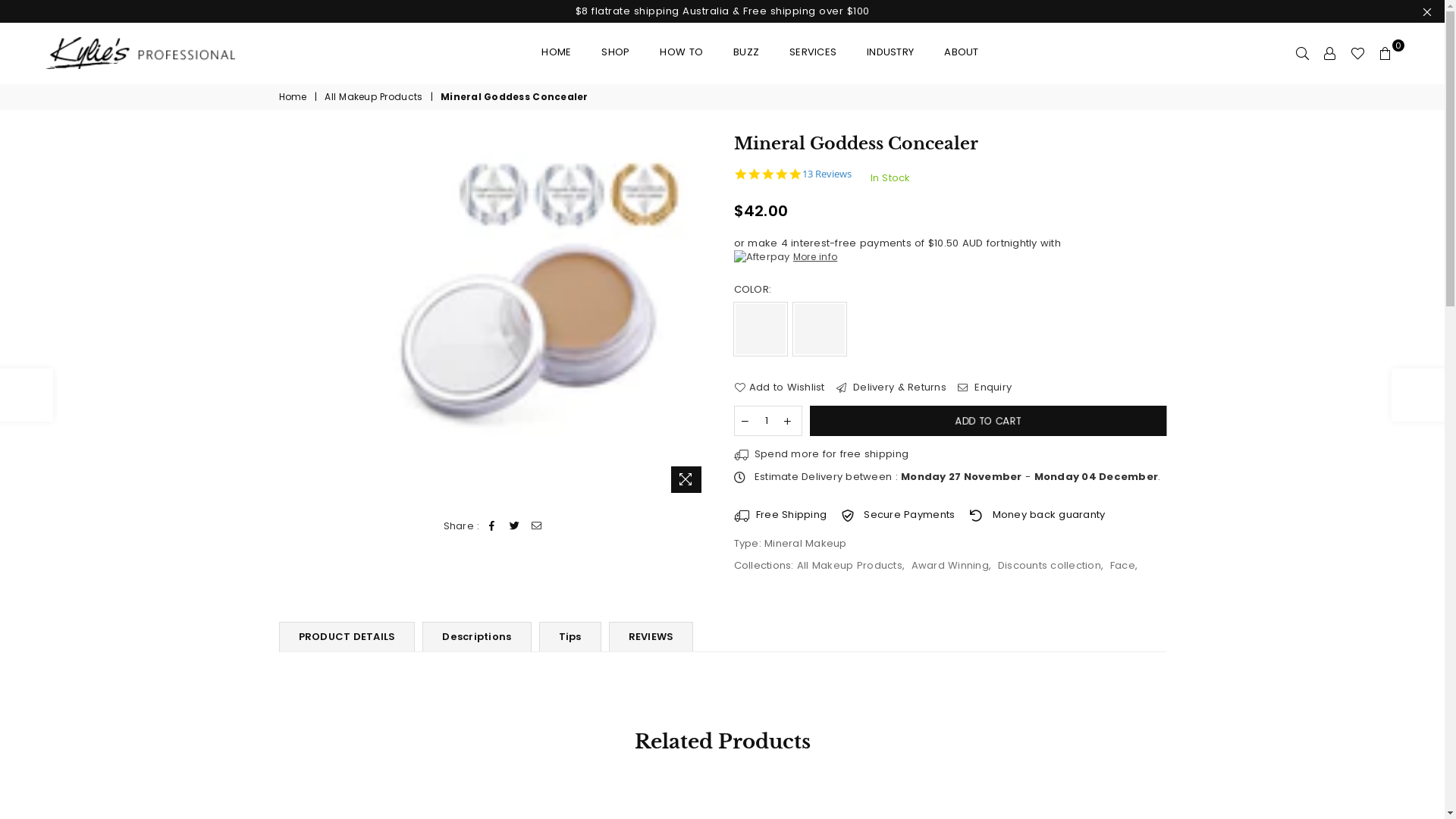 The height and width of the screenshot is (819, 1456). Describe the element at coordinates (492, 526) in the screenshot. I see `'Share on Facebook'` at that location.